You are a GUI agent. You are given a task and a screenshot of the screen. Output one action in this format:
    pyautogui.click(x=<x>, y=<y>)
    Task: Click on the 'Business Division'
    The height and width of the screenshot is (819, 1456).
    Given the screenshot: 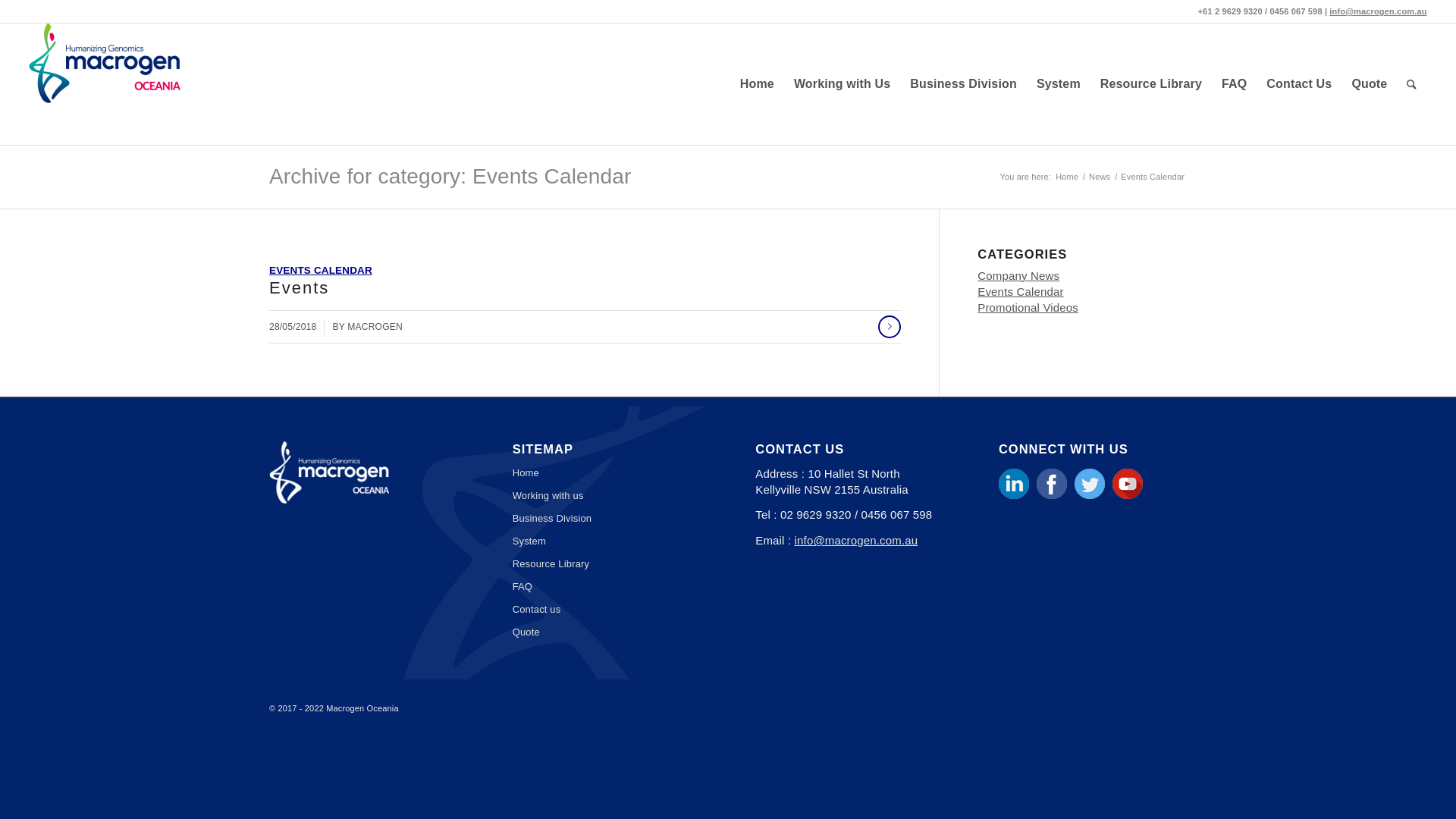 What is the action you would take?
    pyautogui.click(x=607, y=517)
    